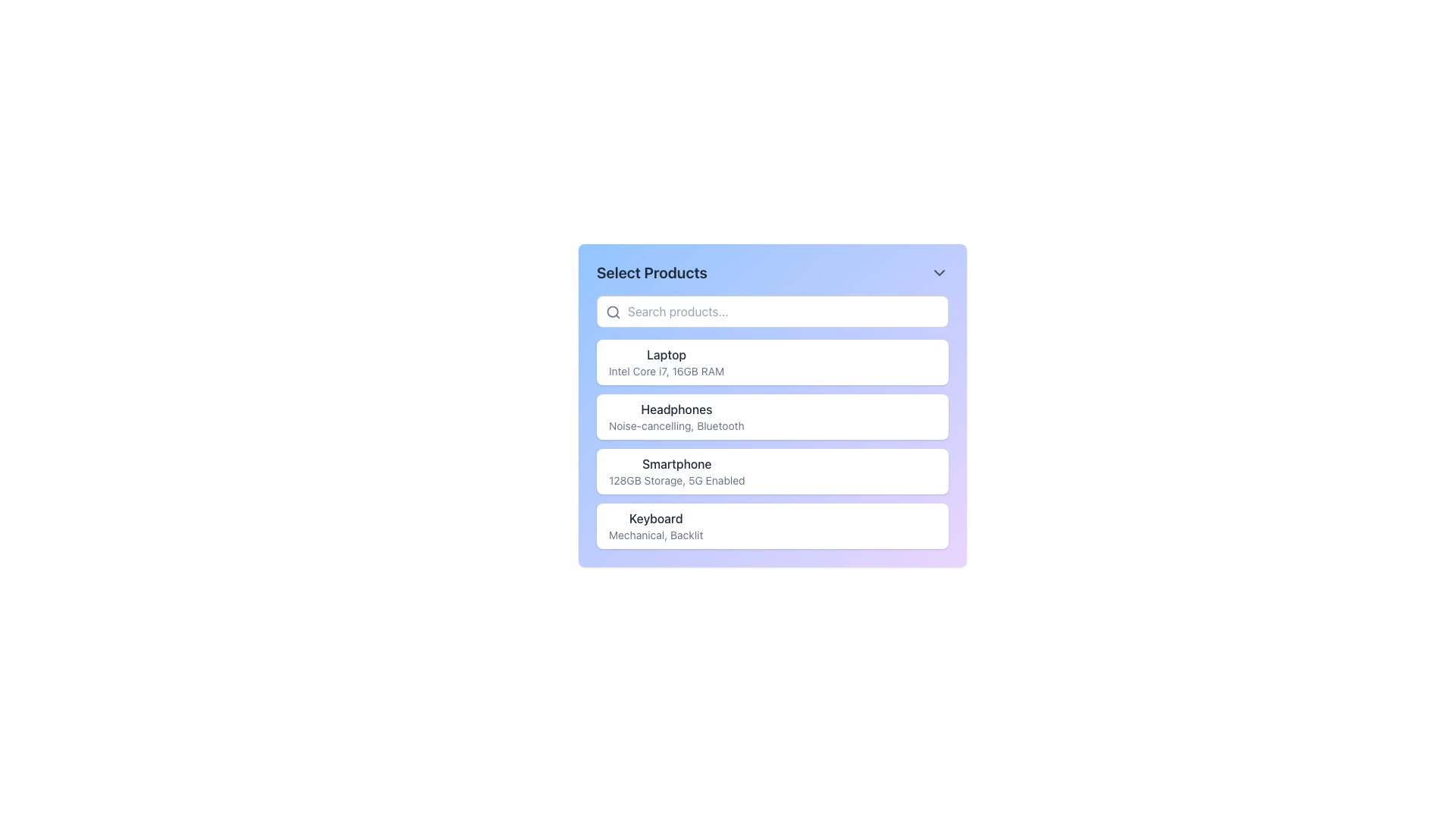 This screenshot has height=819, width=1456. Describe the element at coordinates (676, 463) in the screenshot. I see `main title for the 'Smartphone' product option located in the third option box of the 'Select Products' menu, positioned above '128GB Storage, 5G Enabled' and below 'Headphones'` at that location.